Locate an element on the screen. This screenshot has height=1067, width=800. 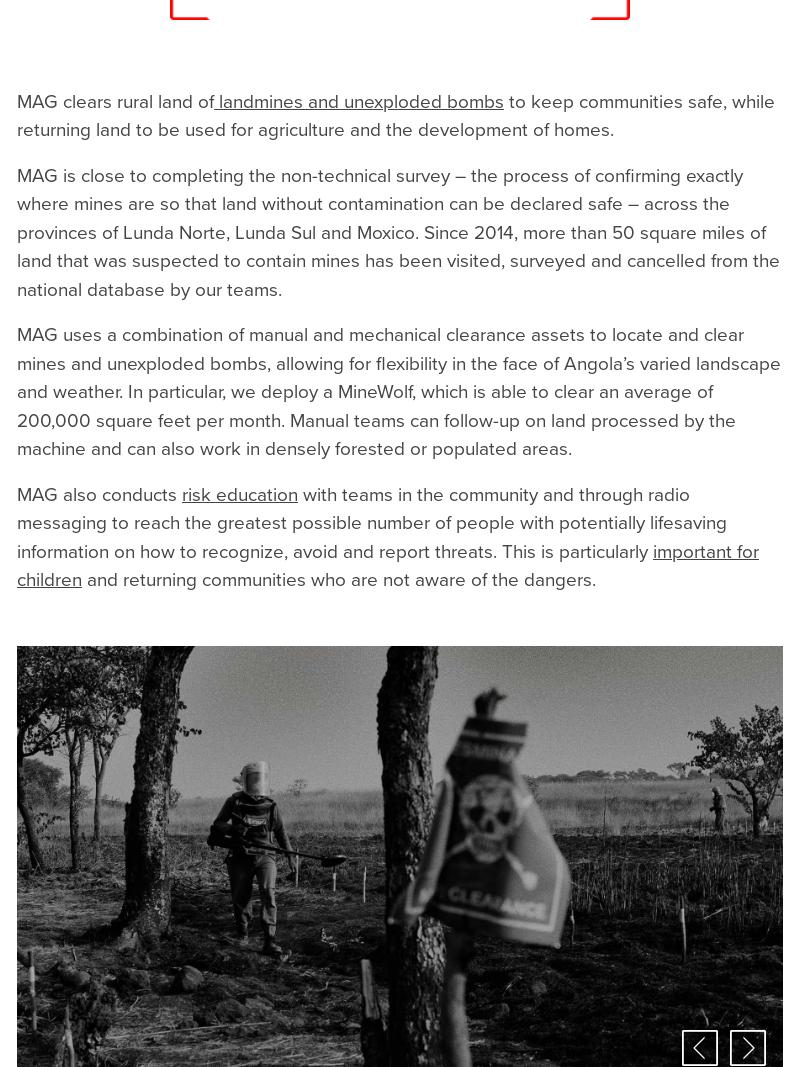
'important for children' is located at coordinates (387, 565).